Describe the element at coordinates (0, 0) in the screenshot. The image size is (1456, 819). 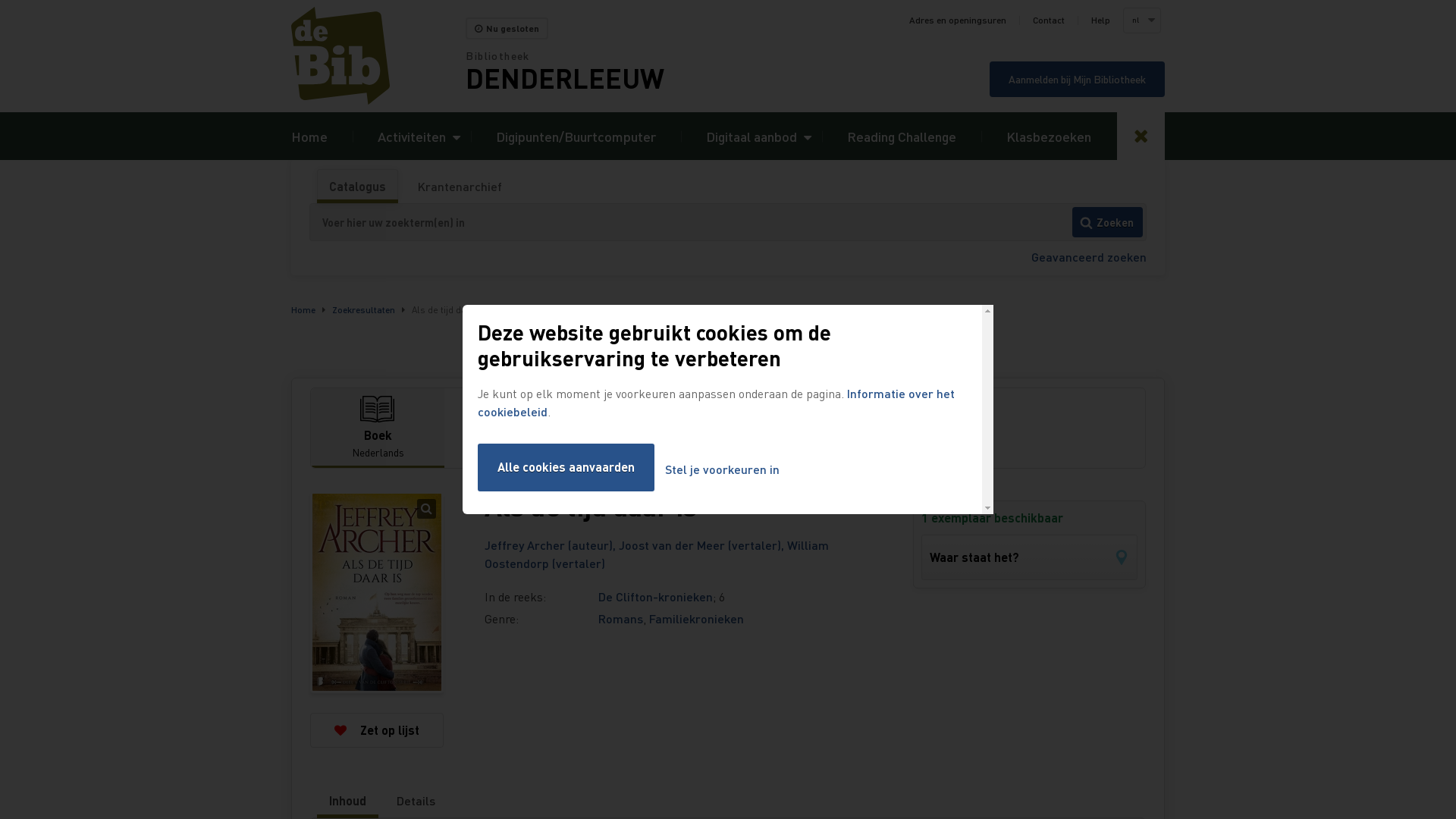
I see `'Overslaan en naar zoeken gaan'` at that location.